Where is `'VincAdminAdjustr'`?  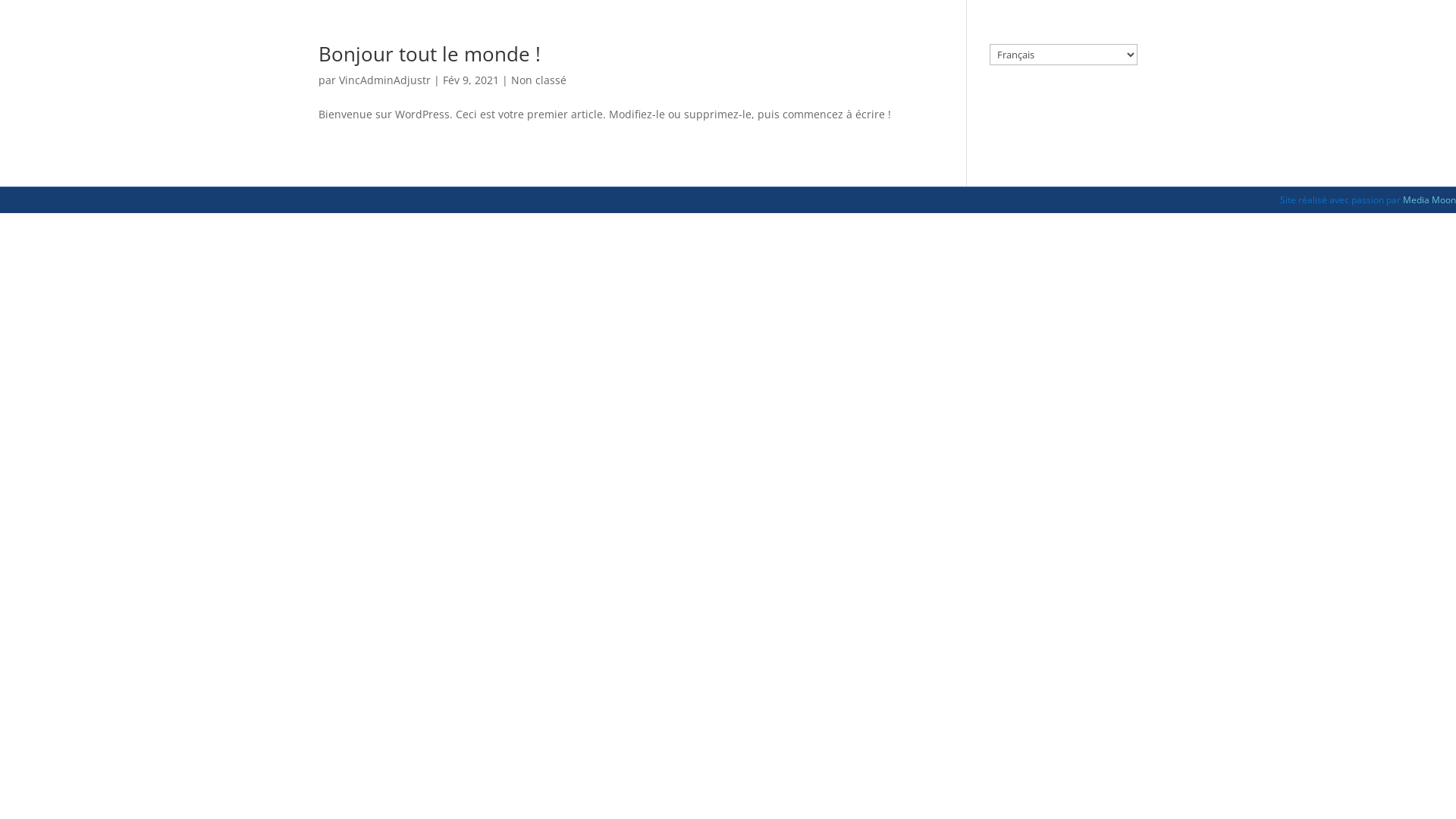
'VincAdminAdjustr' is located at coordinates (384, 80).